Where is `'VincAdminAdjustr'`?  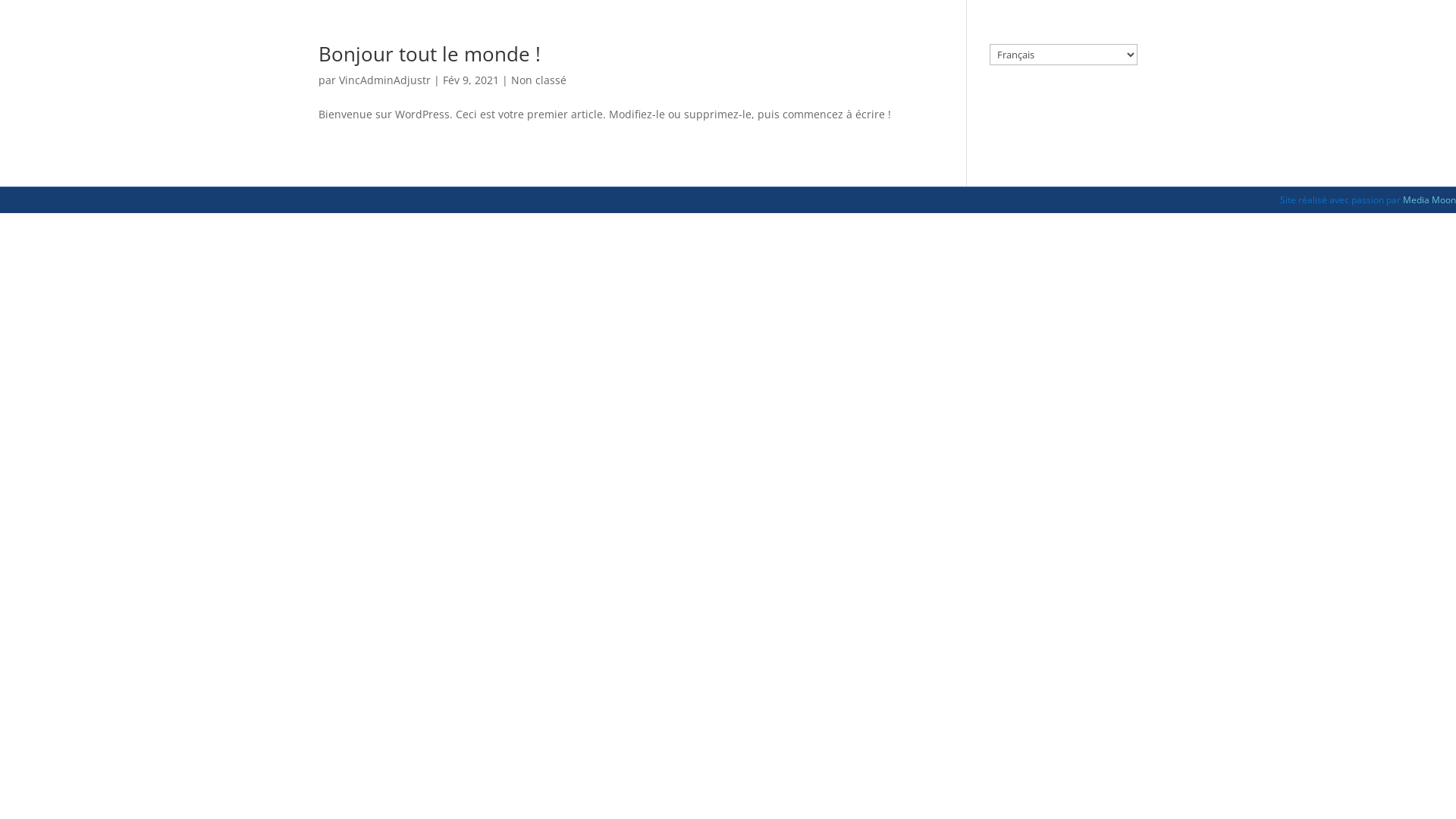
'VincAdminAdjustr' is located at coordinates (384, 80).